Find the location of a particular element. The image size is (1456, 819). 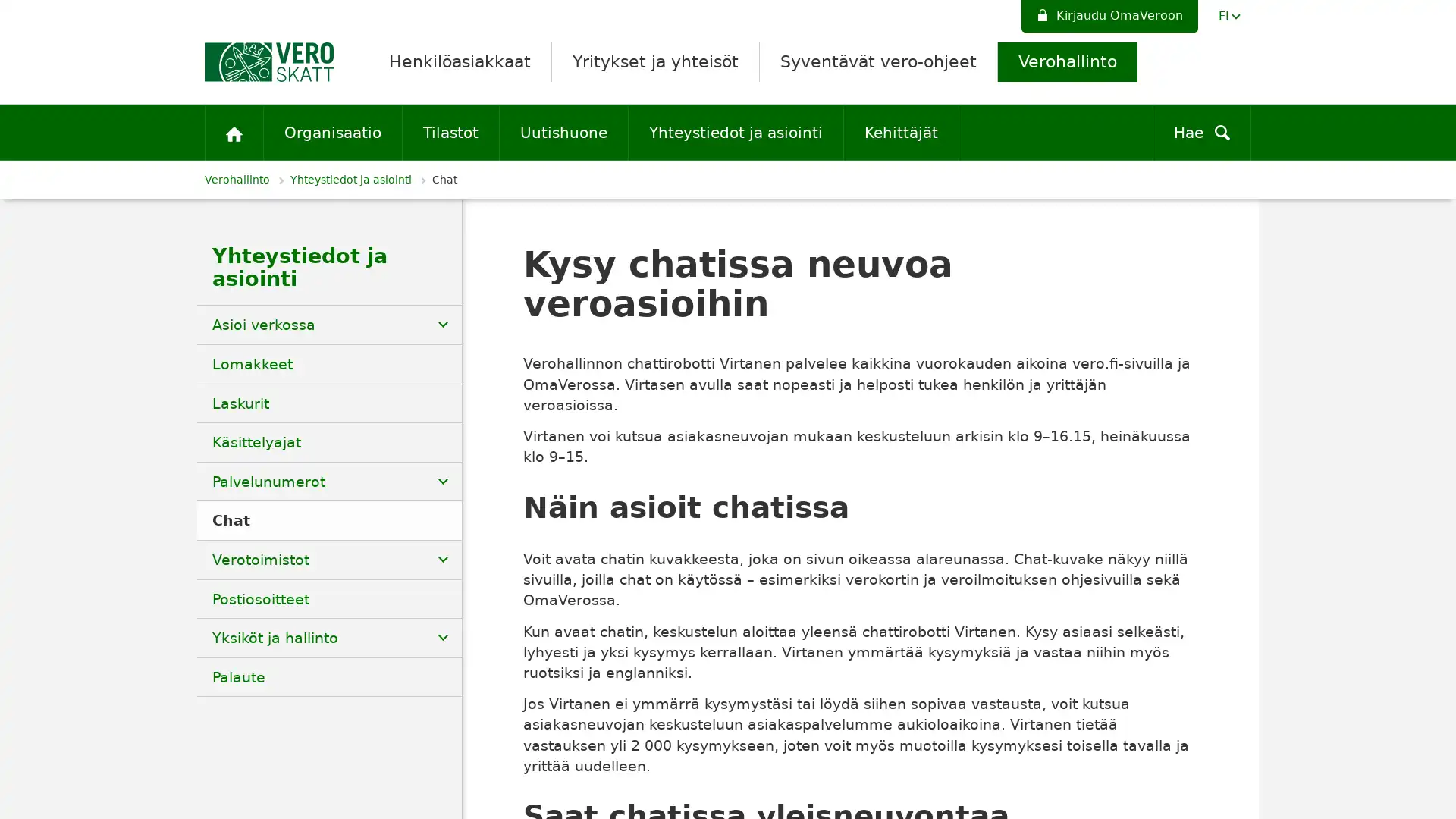

Avaa keskusteluikkuna is located at coordinates (1433, 802).